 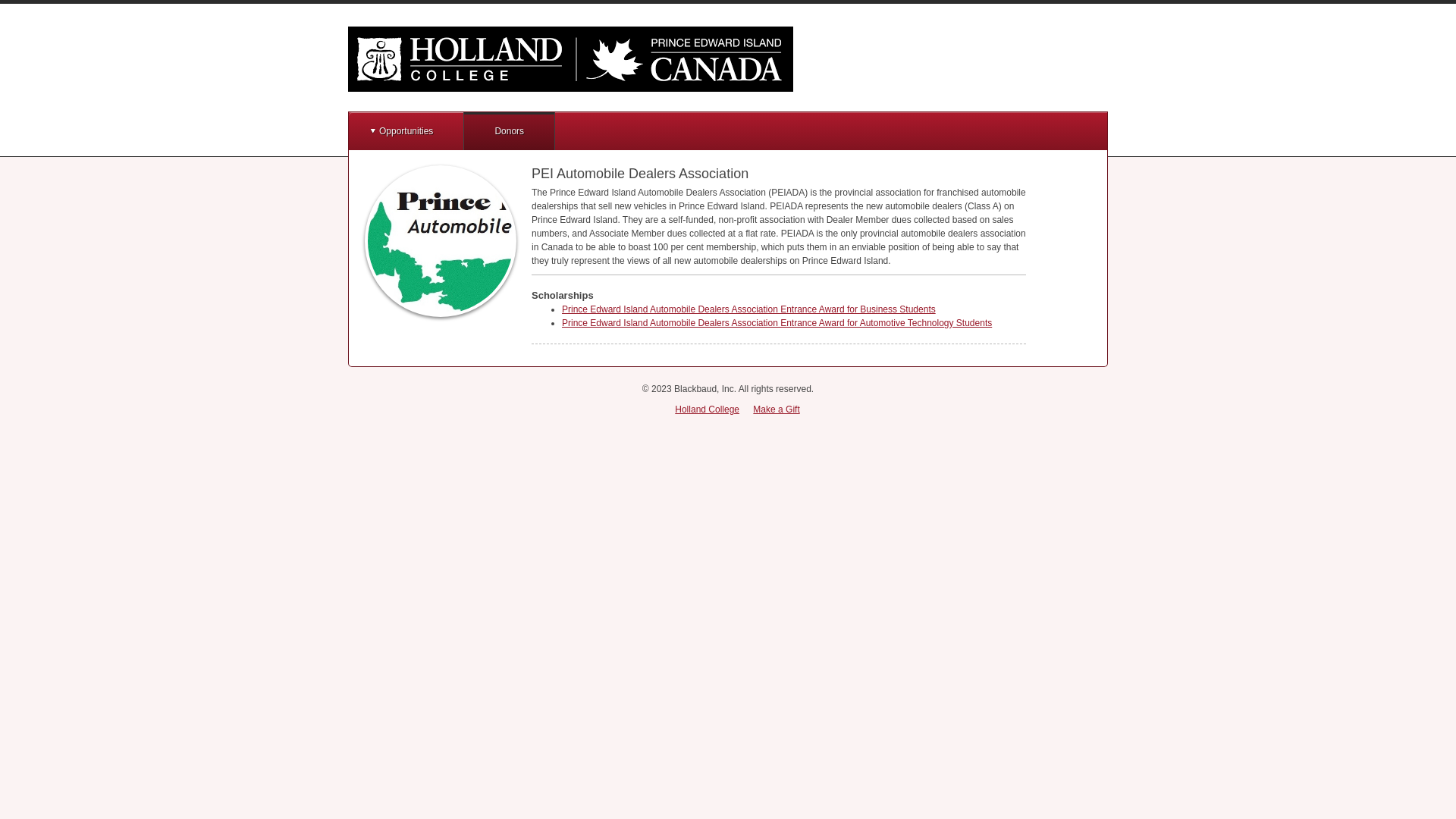 What do you see at coordinates (673, 409) in the screenshot?
I see `'Holland College'` at bounding box center [673, 409].